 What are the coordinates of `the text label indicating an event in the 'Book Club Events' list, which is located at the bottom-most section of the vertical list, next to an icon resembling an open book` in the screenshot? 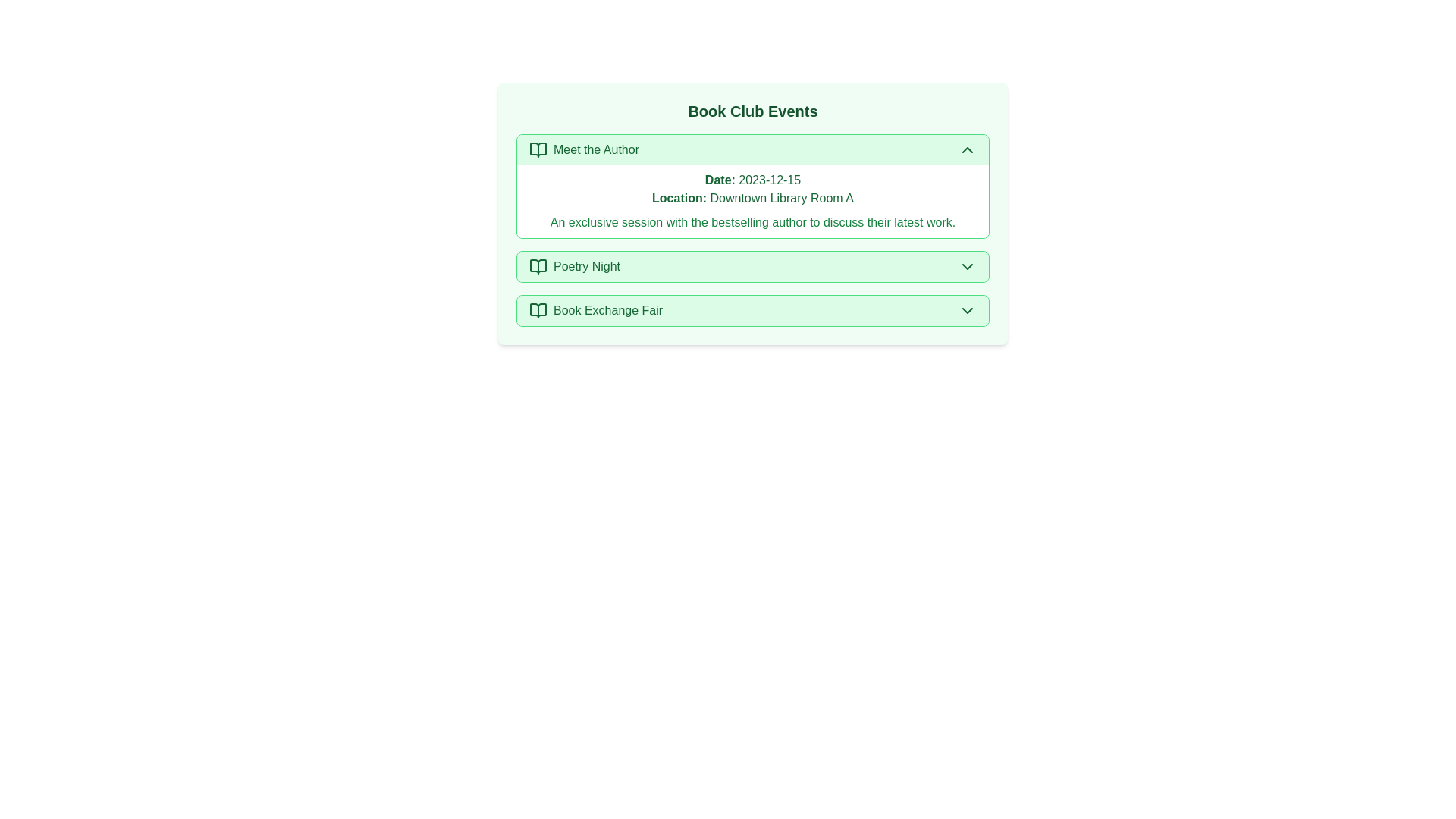 It's located at (607, 309).